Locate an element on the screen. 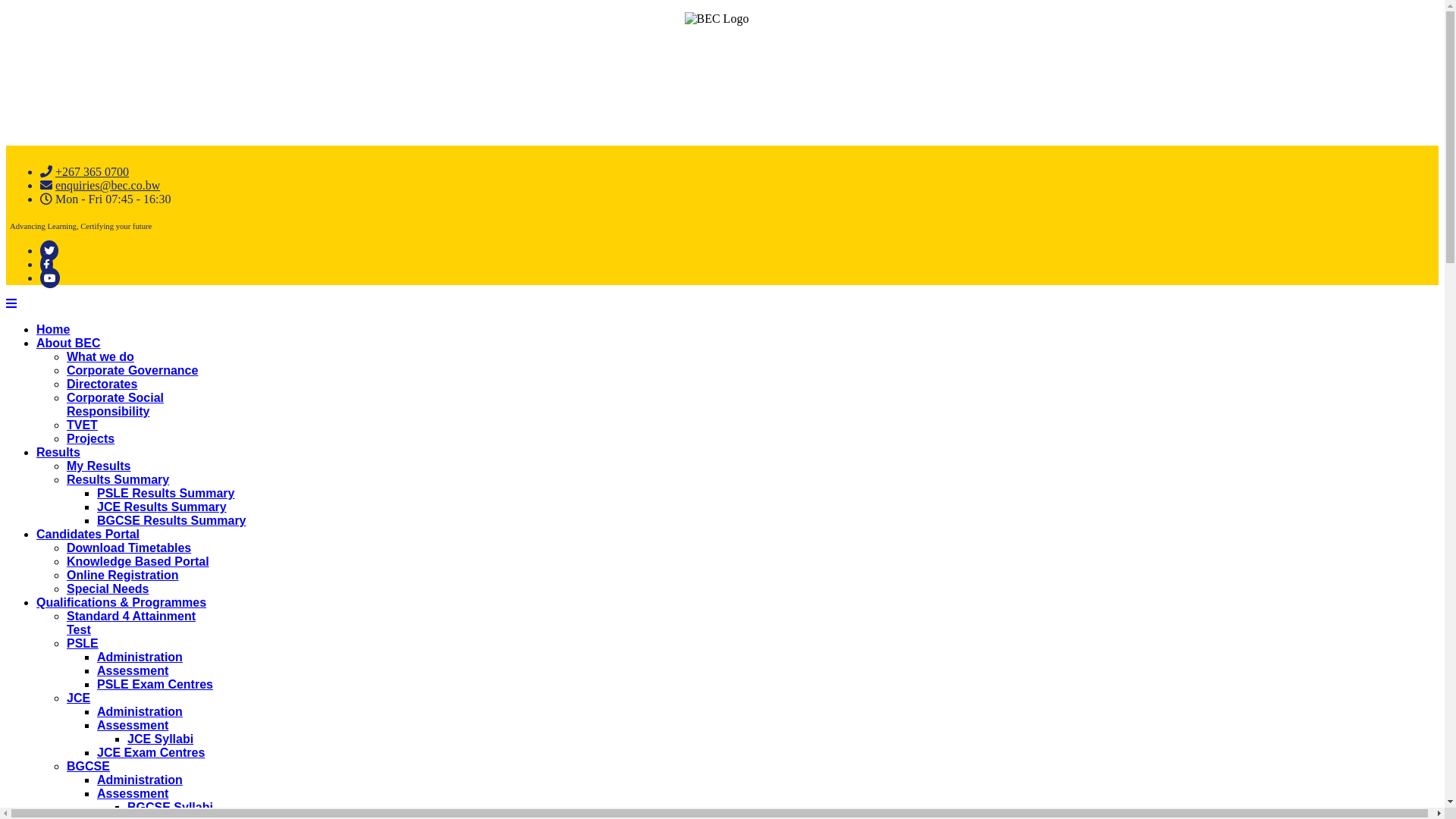  'My Results' is located at coordinates (97, 465).